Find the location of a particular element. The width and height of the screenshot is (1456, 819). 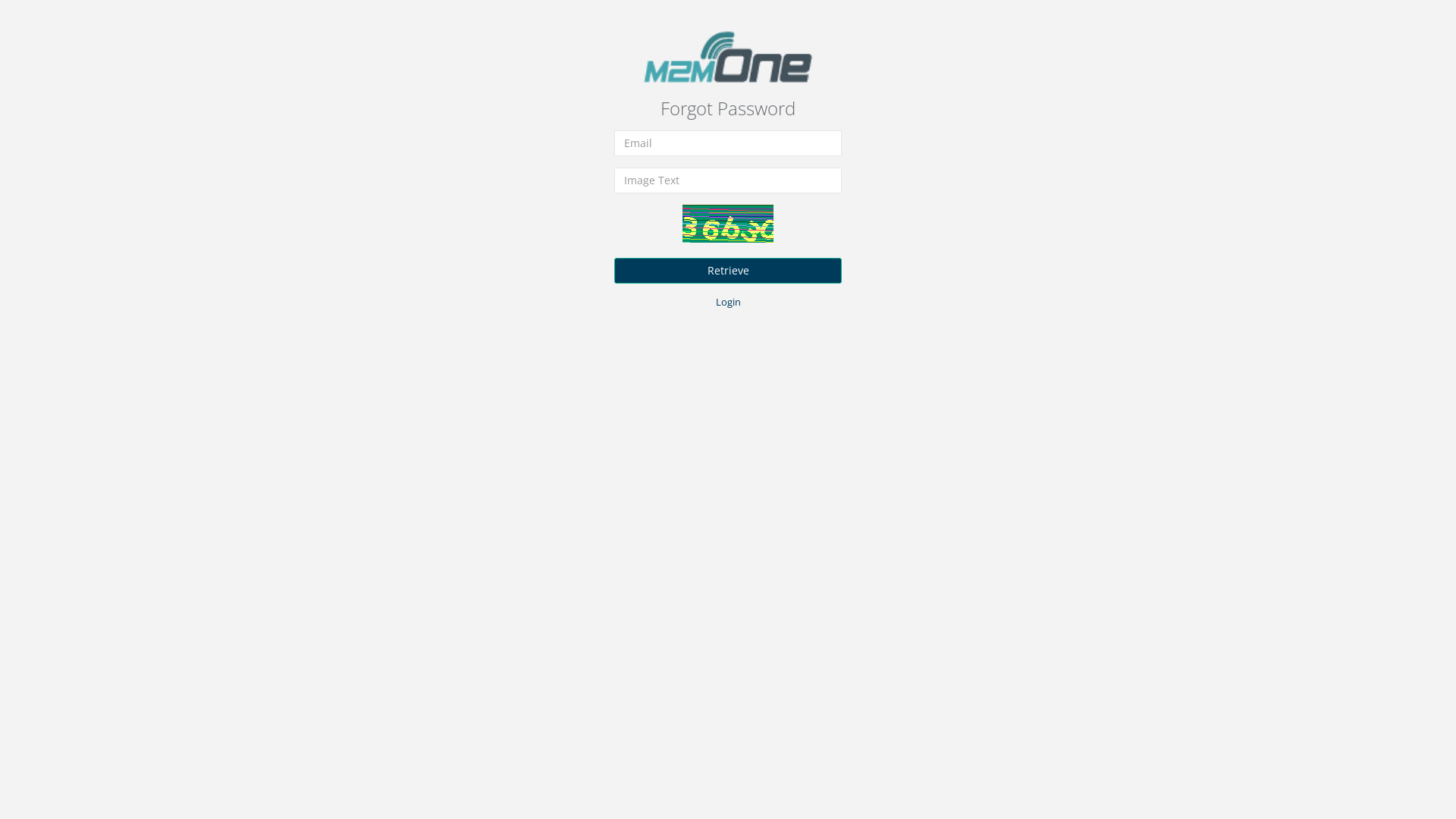

'Login' is located at coordinates (728, 301).